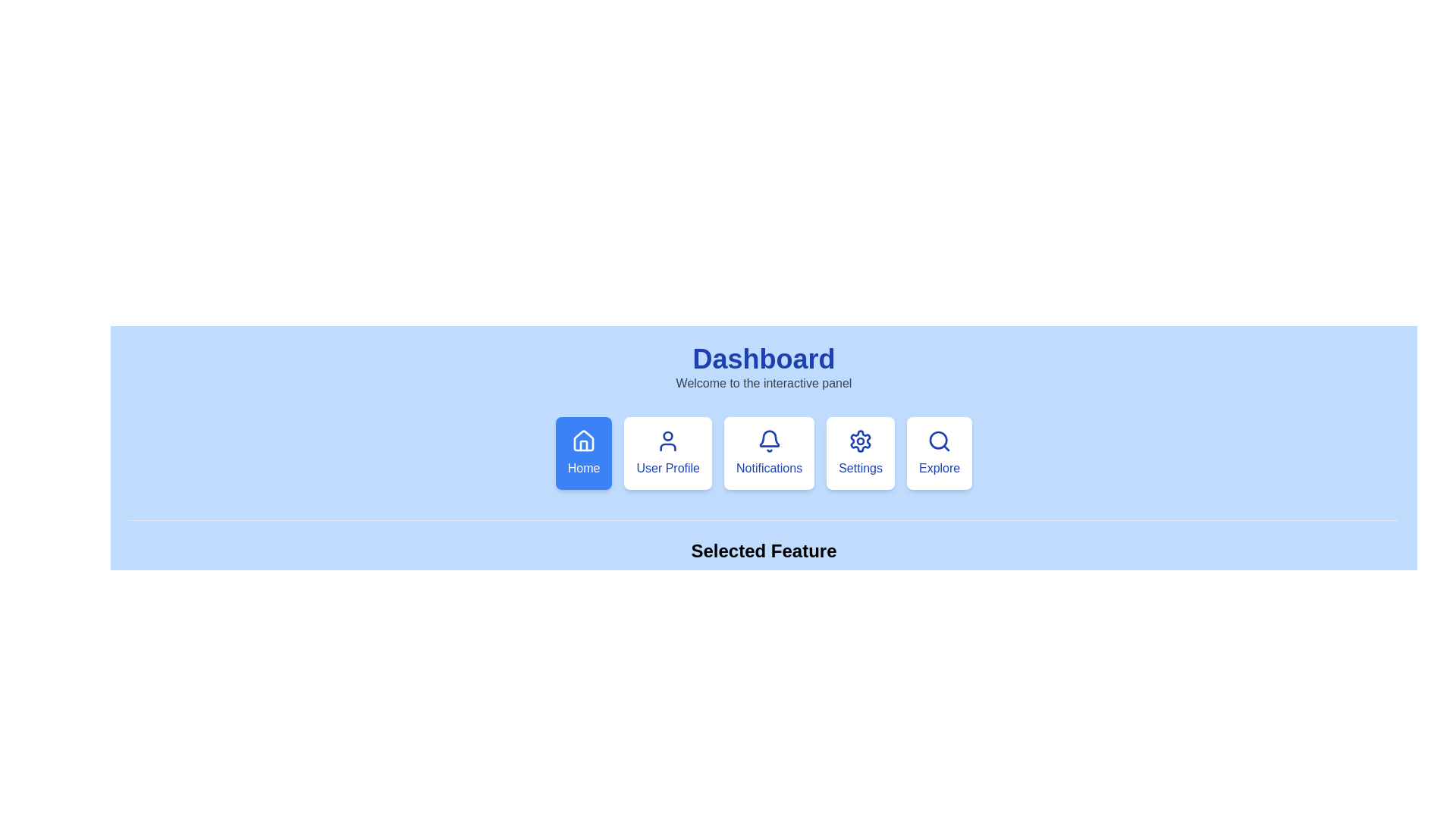  I want to click on the 'Home' button icon, which is the first button in the horizontally aligned menu beneath the 'Dashboard' title, so click(583, 441).